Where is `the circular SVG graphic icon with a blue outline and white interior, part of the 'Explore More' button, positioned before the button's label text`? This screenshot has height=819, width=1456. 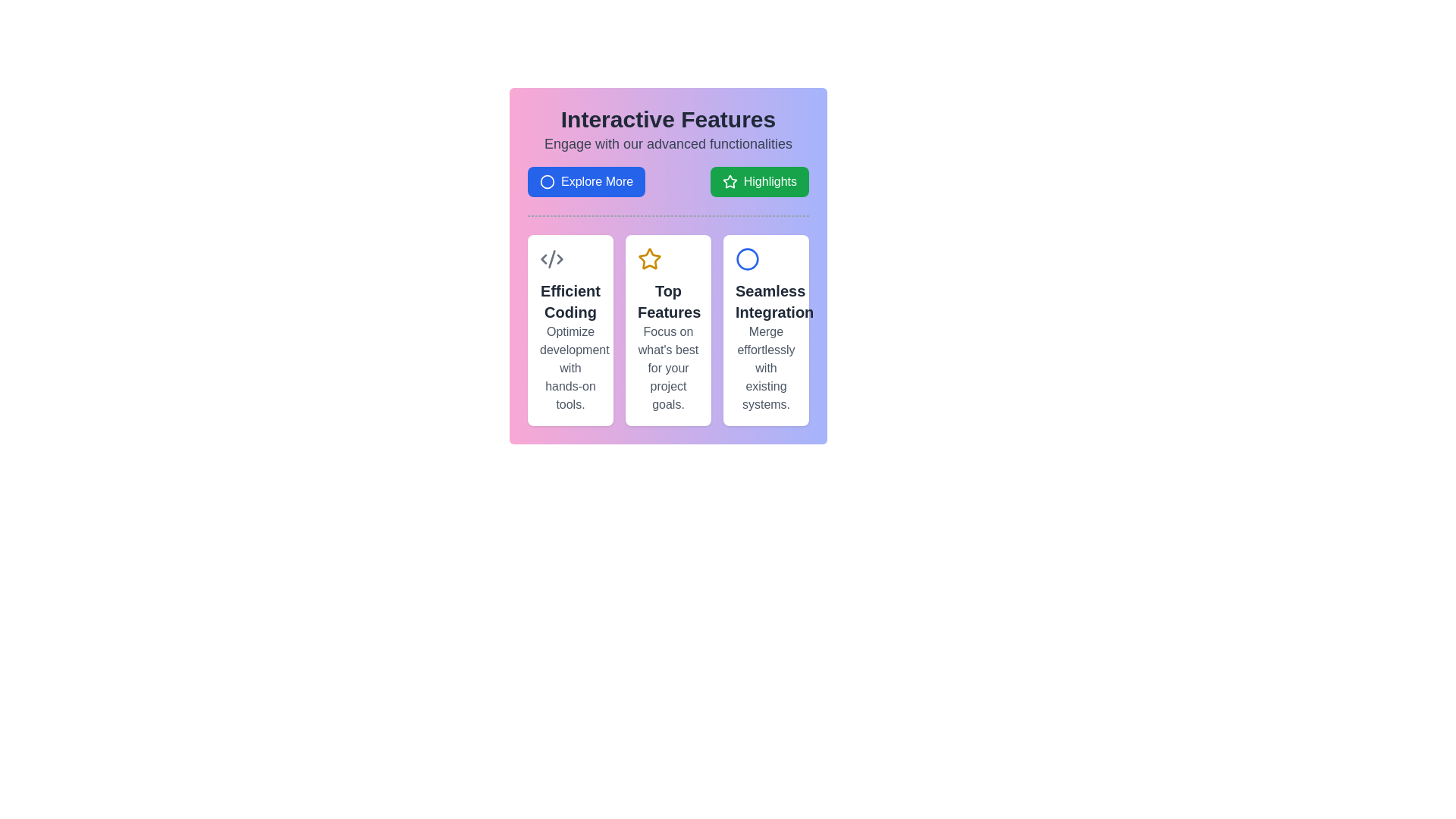
the circular SVG graphic icon with a blue outline and white interior, part of the 'Explore More' button, positioned before the button's label text is located at coordinates (546, 180).